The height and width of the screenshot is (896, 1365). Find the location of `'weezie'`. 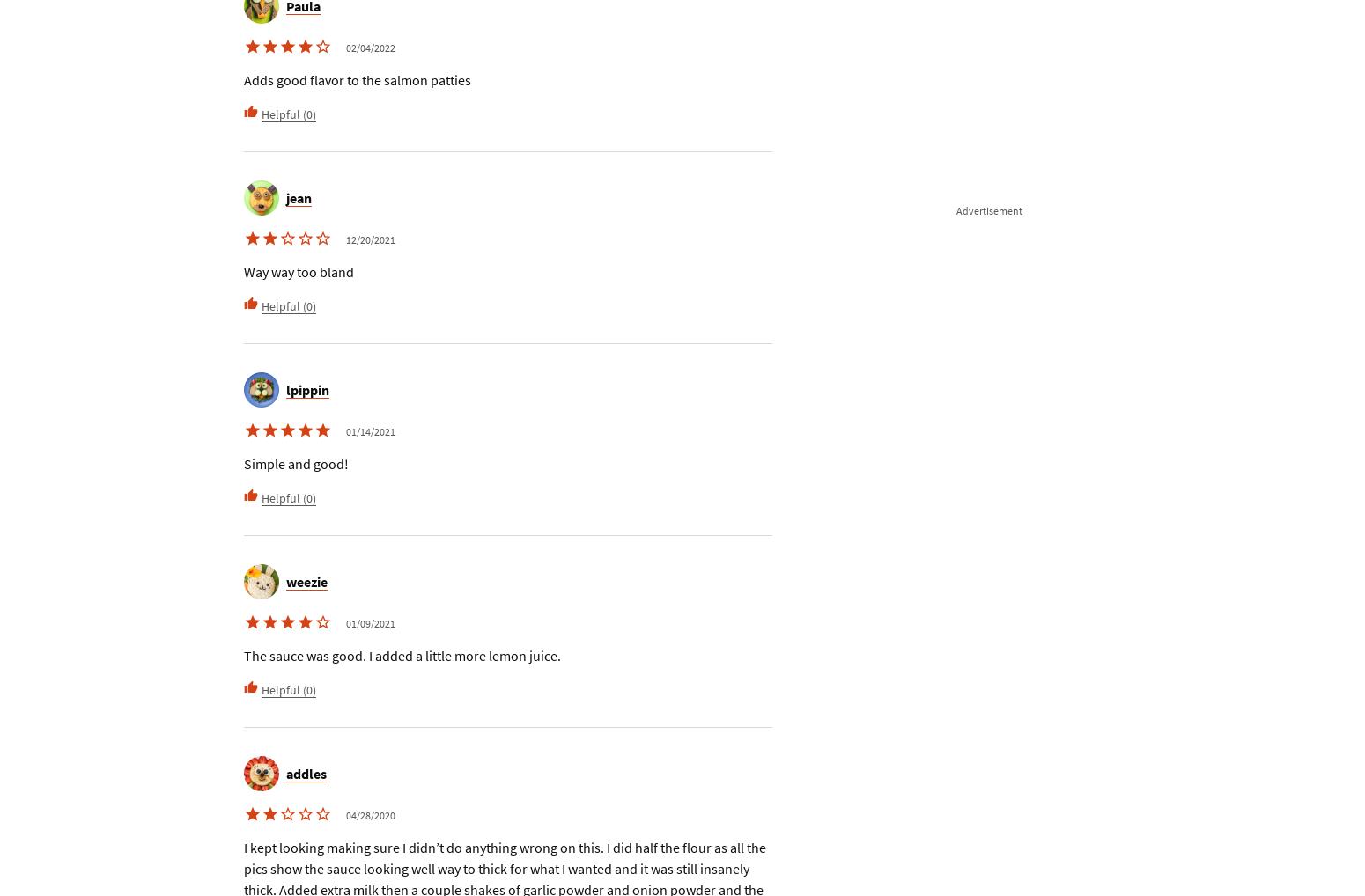

'weezie' is located at coordinates (285, 580).